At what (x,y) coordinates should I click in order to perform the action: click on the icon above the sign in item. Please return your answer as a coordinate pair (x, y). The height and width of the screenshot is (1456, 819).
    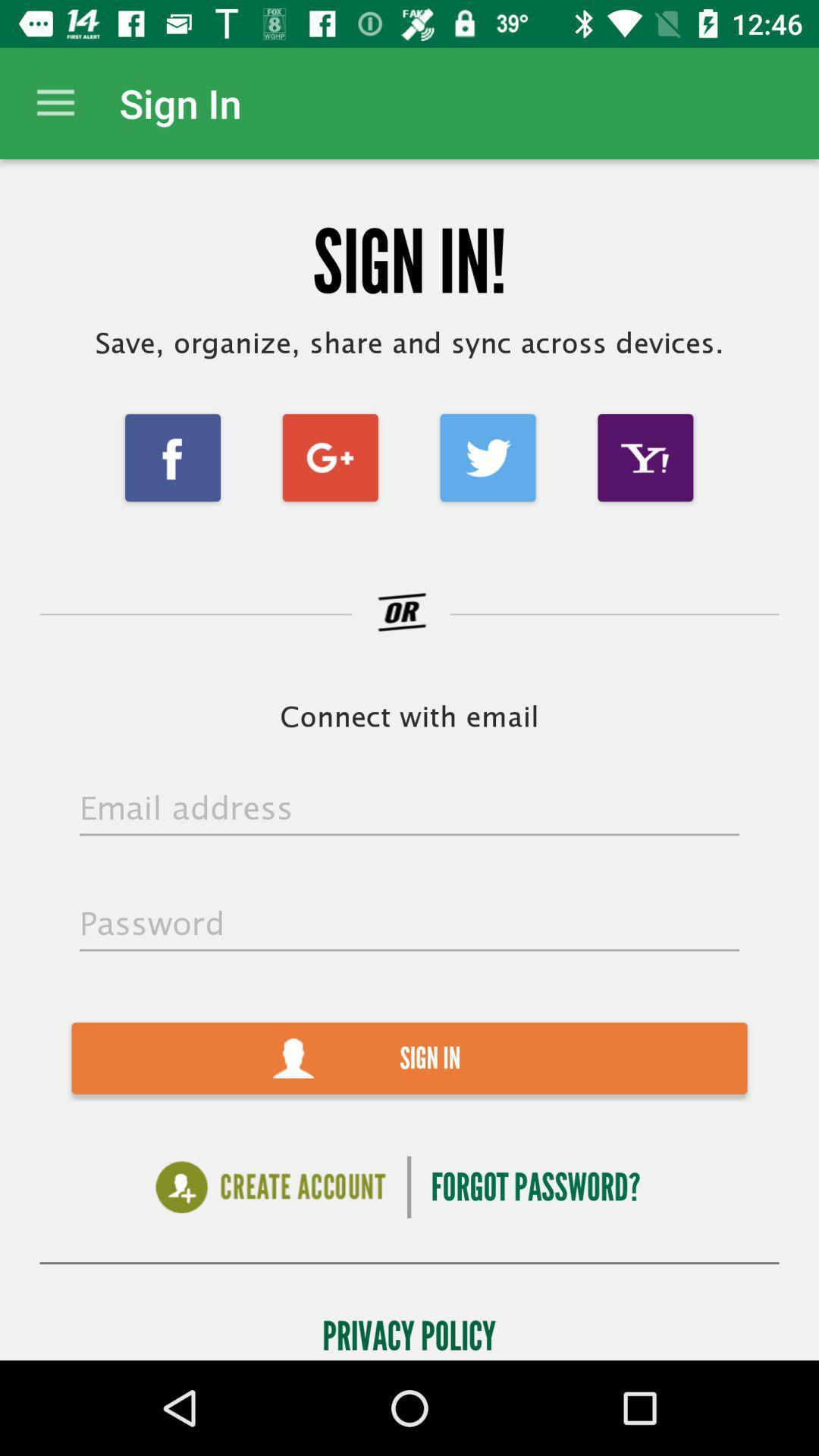
    Looking at the image, I should click on (409, 924).